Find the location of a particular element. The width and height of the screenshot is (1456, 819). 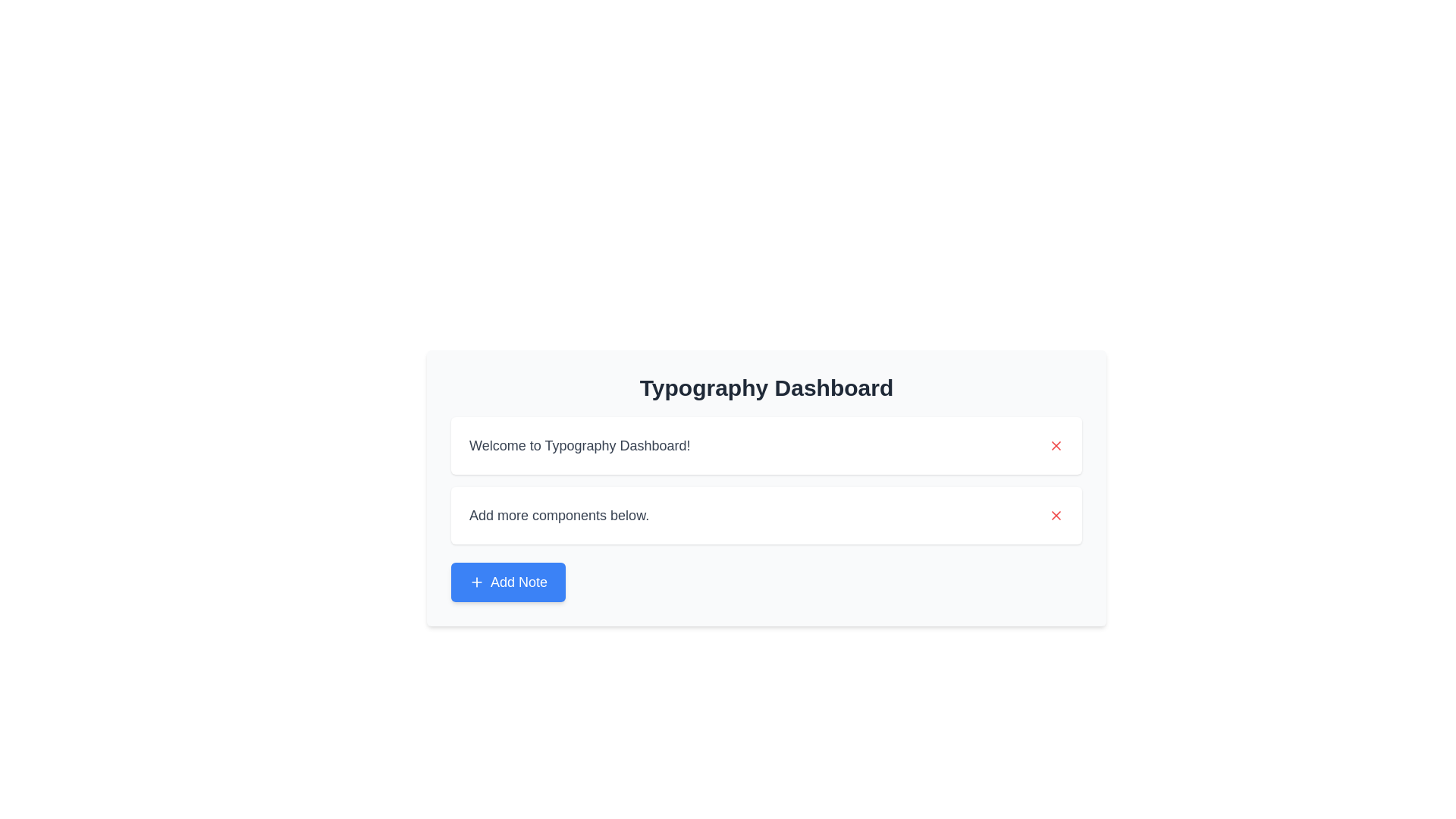

the welcoming message static text that displays the purpose of the dashboard, located below the 'Typography Dashboard' heading is located at coordinates (579, 444).